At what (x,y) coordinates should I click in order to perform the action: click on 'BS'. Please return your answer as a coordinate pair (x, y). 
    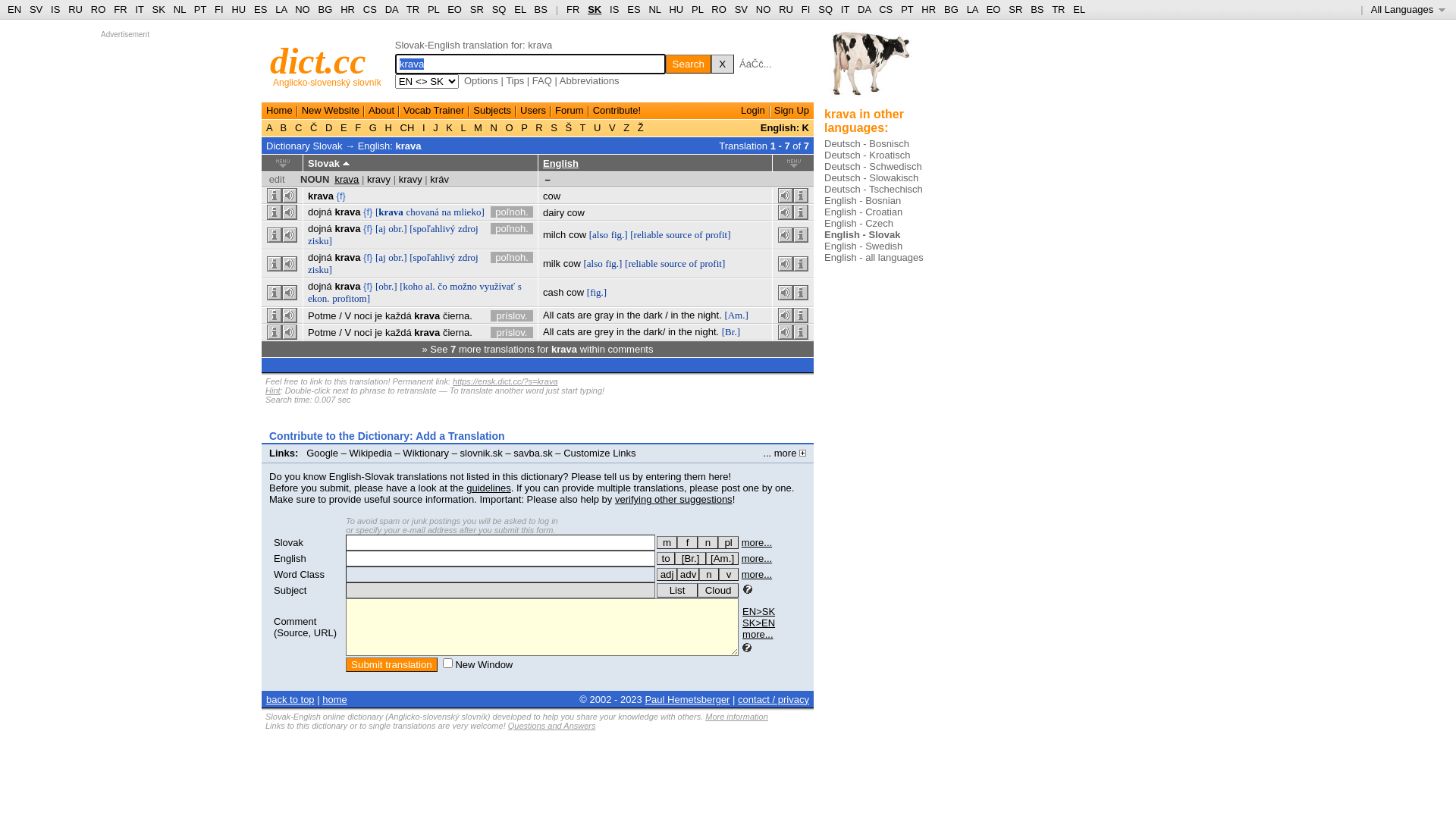
    Looking at the image, I should click on (541, 9).